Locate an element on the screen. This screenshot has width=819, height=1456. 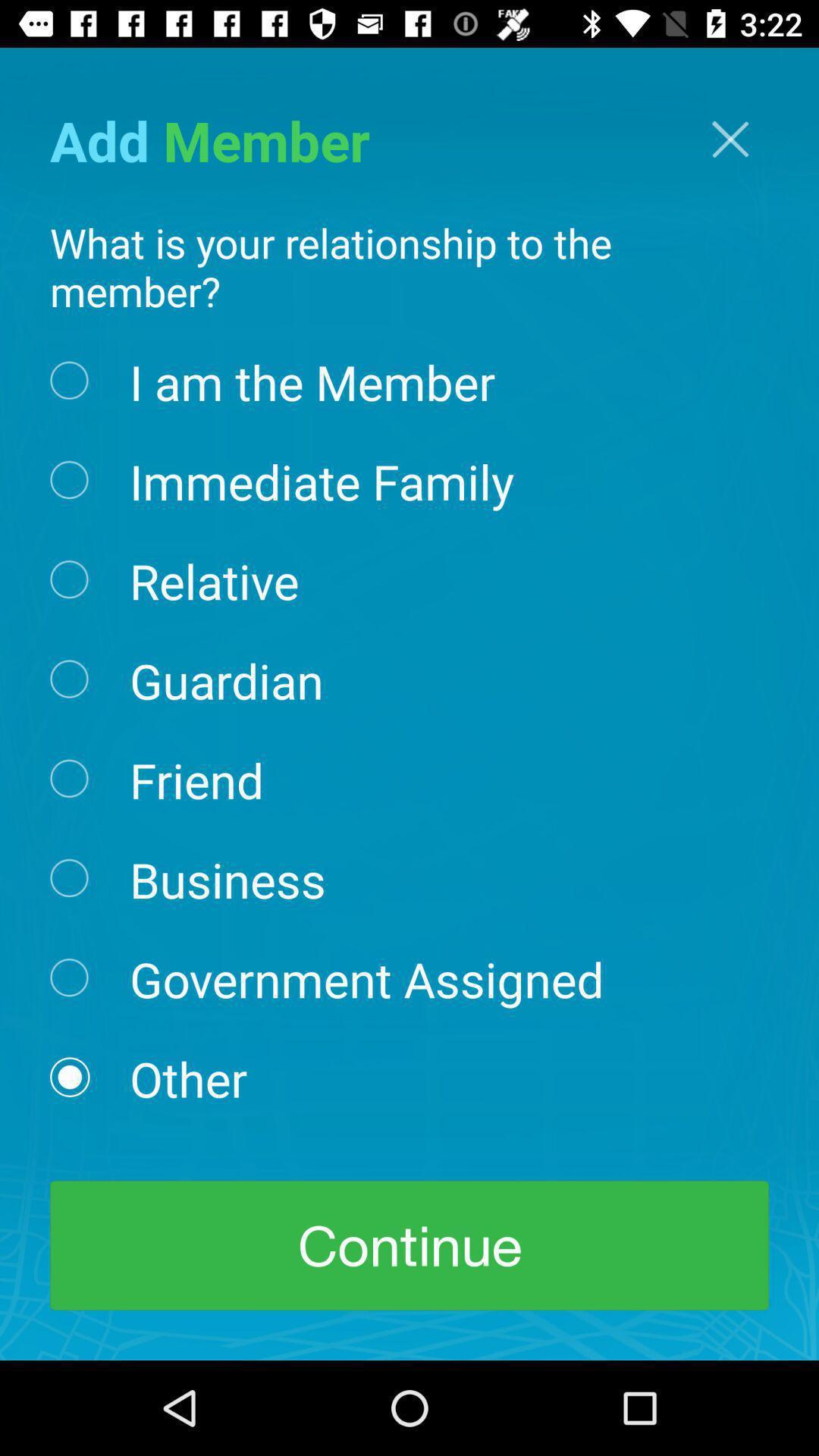
icon above immediate family icon is located at coordinates (312, 381).